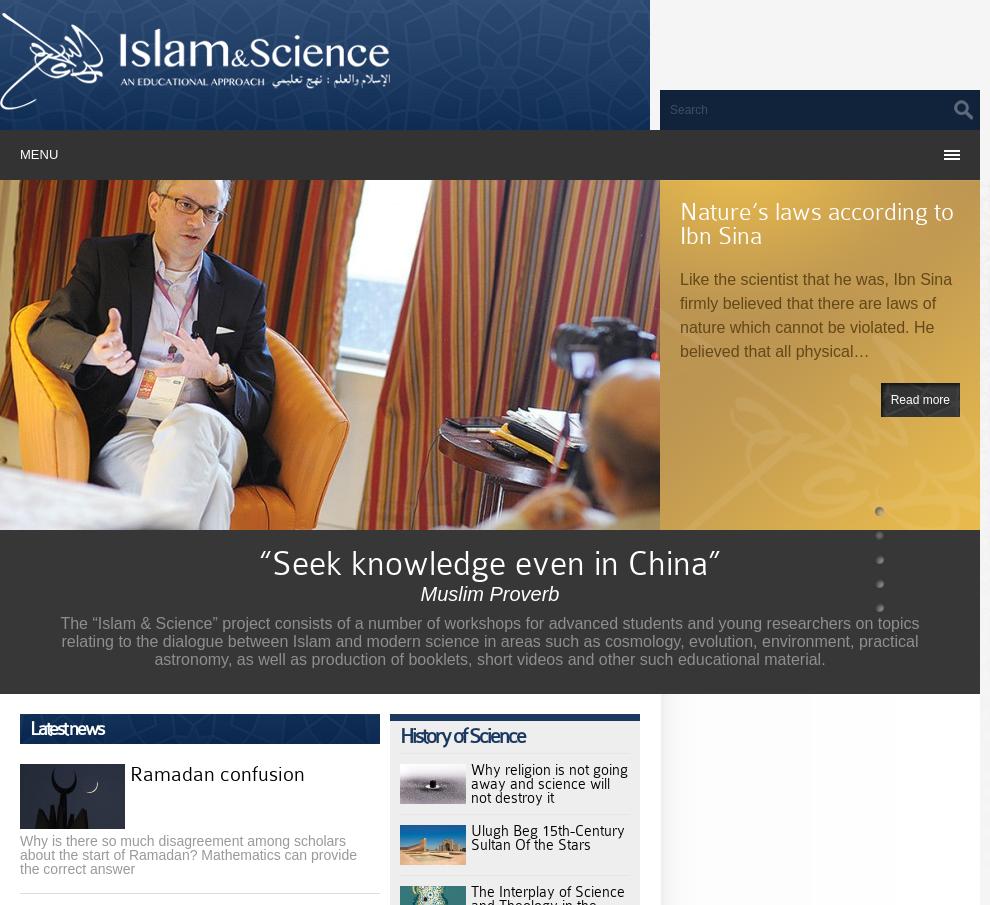 The image size is (990, 905). What do you see at coordinates (816, 222) in the screenshot?
I see `'Nature’s laws according to Ibn Sina'` at bounding box center [816, 222].